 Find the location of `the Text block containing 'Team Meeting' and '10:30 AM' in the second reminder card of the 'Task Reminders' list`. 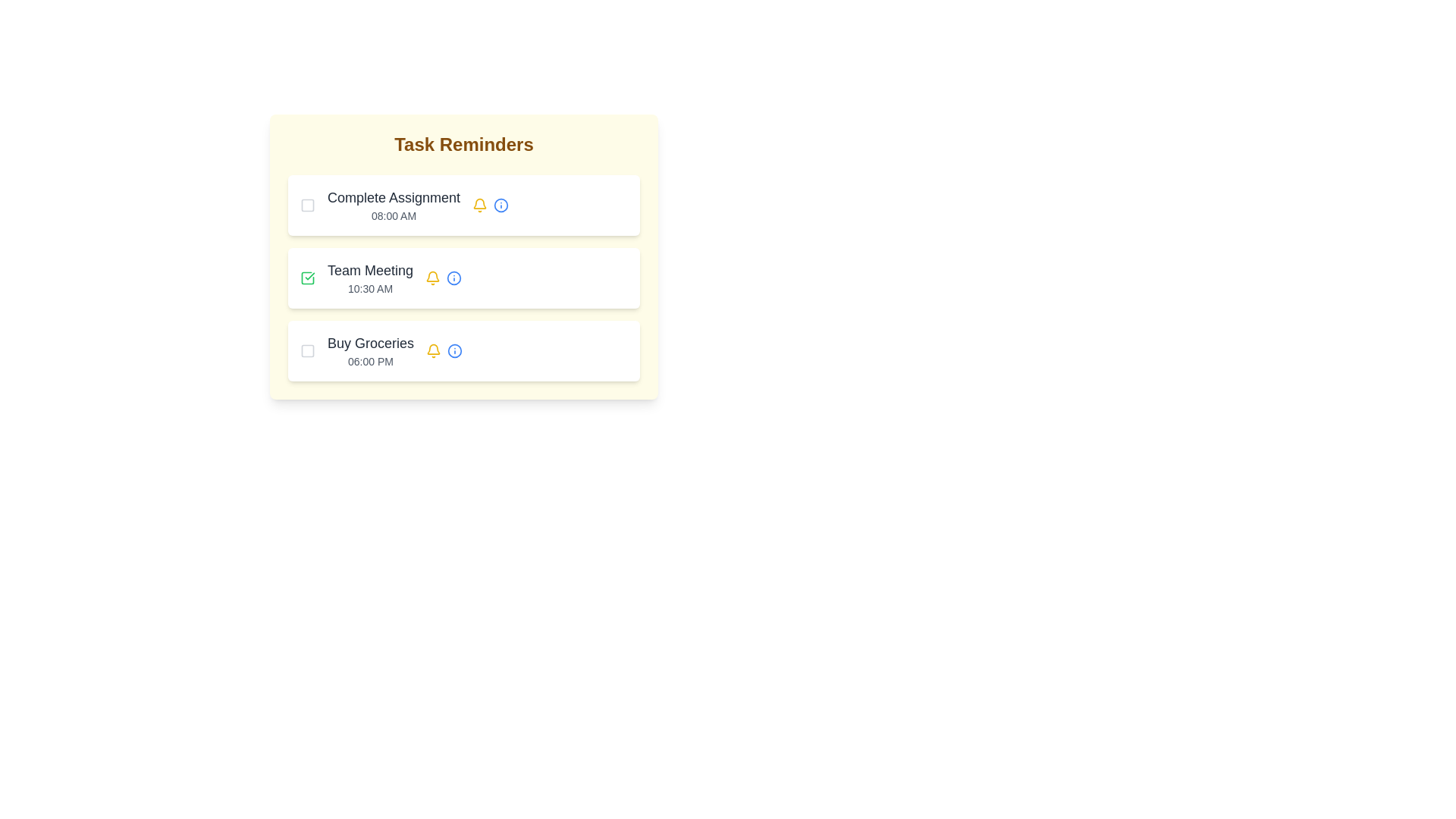

the Text block containing 'Team Meeting' and '10:30 AM' in the second reminder card of the 'Task Reminders' list is located at coordinates (370, 278).